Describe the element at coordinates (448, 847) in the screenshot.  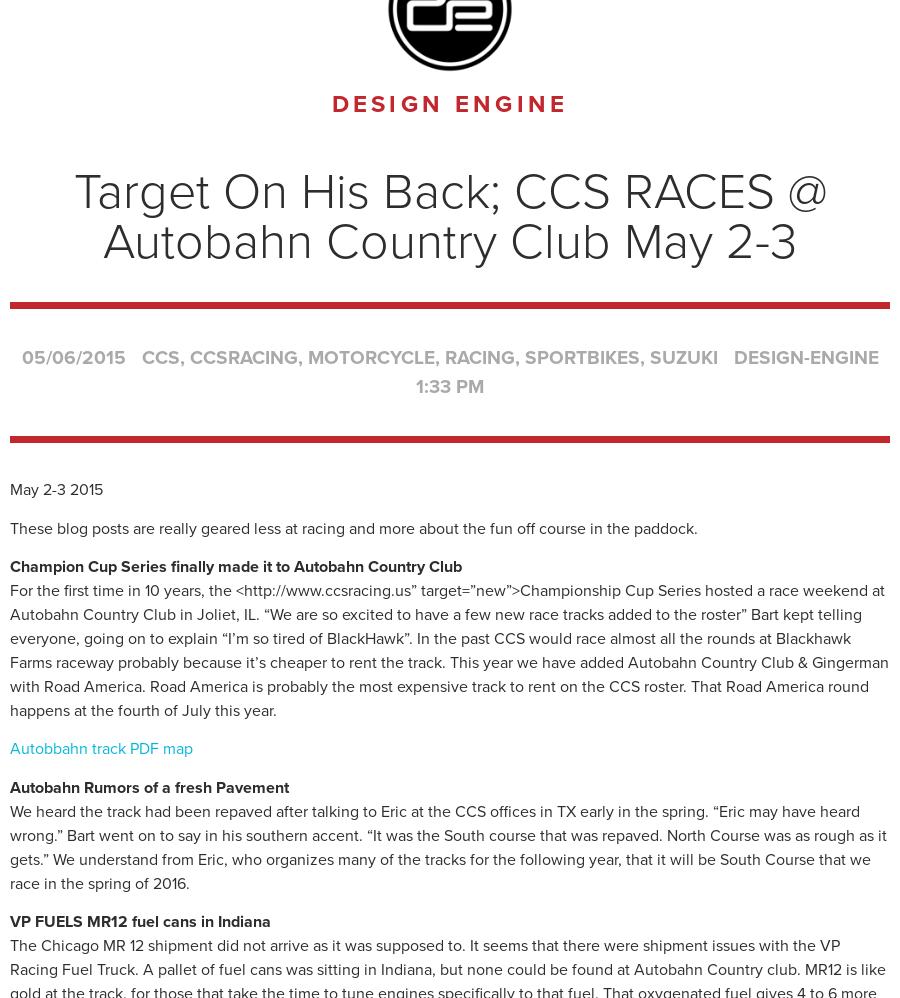
I see `'We heard the track had been repaved after talking to Eric at the CCS offices in TX early in the spring. “Eric may have heard wrong.” Bart went on to say in his southern accent. “It was the South course that was repaved. North Course was as rough as it gets.” We understand from Eric, who organizes many of the tracks for the following year, that it will be South Course that we race in the spring of 2016.'` at that location.